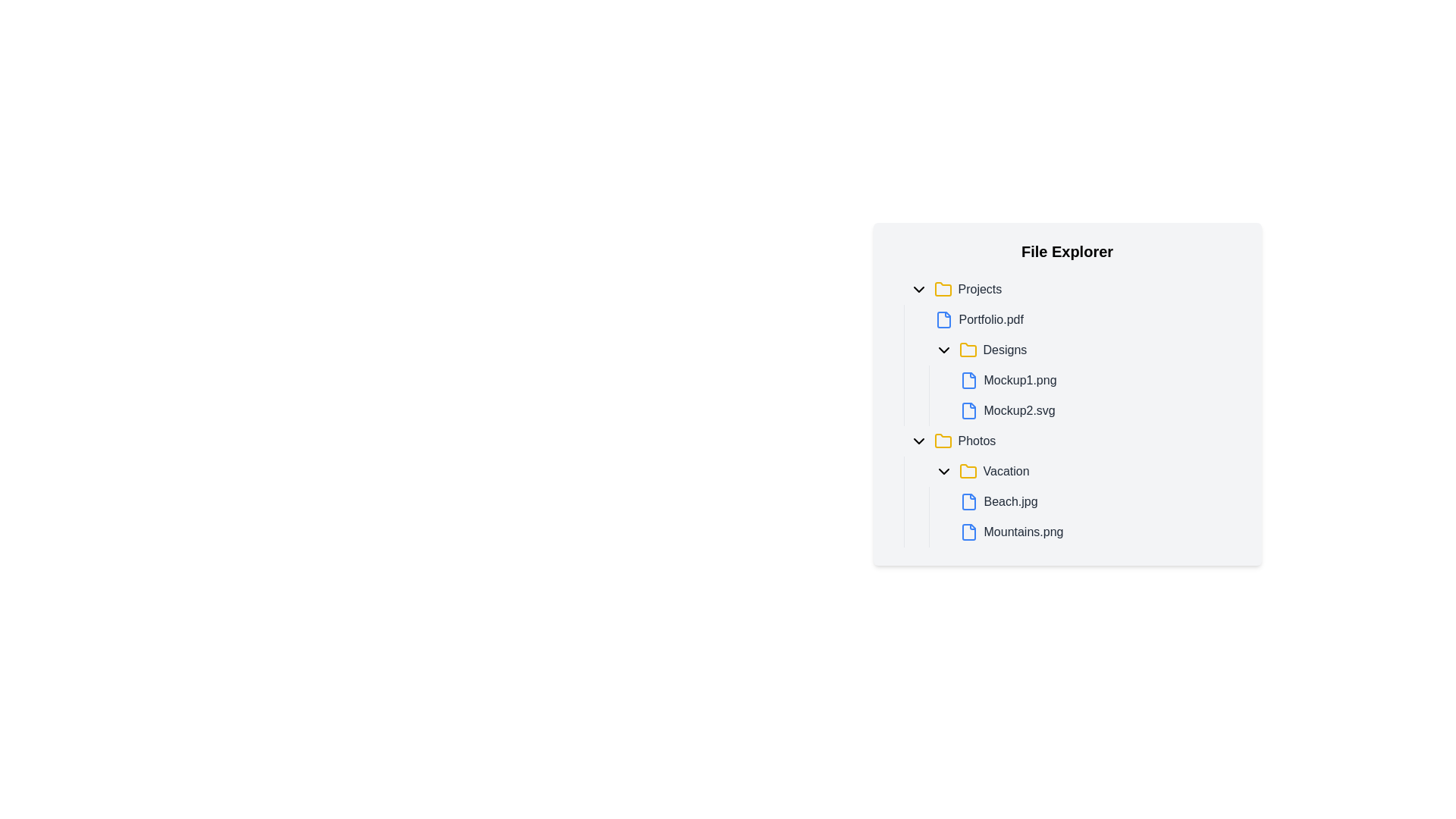 This screenshot has width=1456, height=819. Describe the element at coordinates (943, 318) in the screenshot. I see `the PDF file icon associated with 'Portfolio.pdf' in the file explorer list` at that location.